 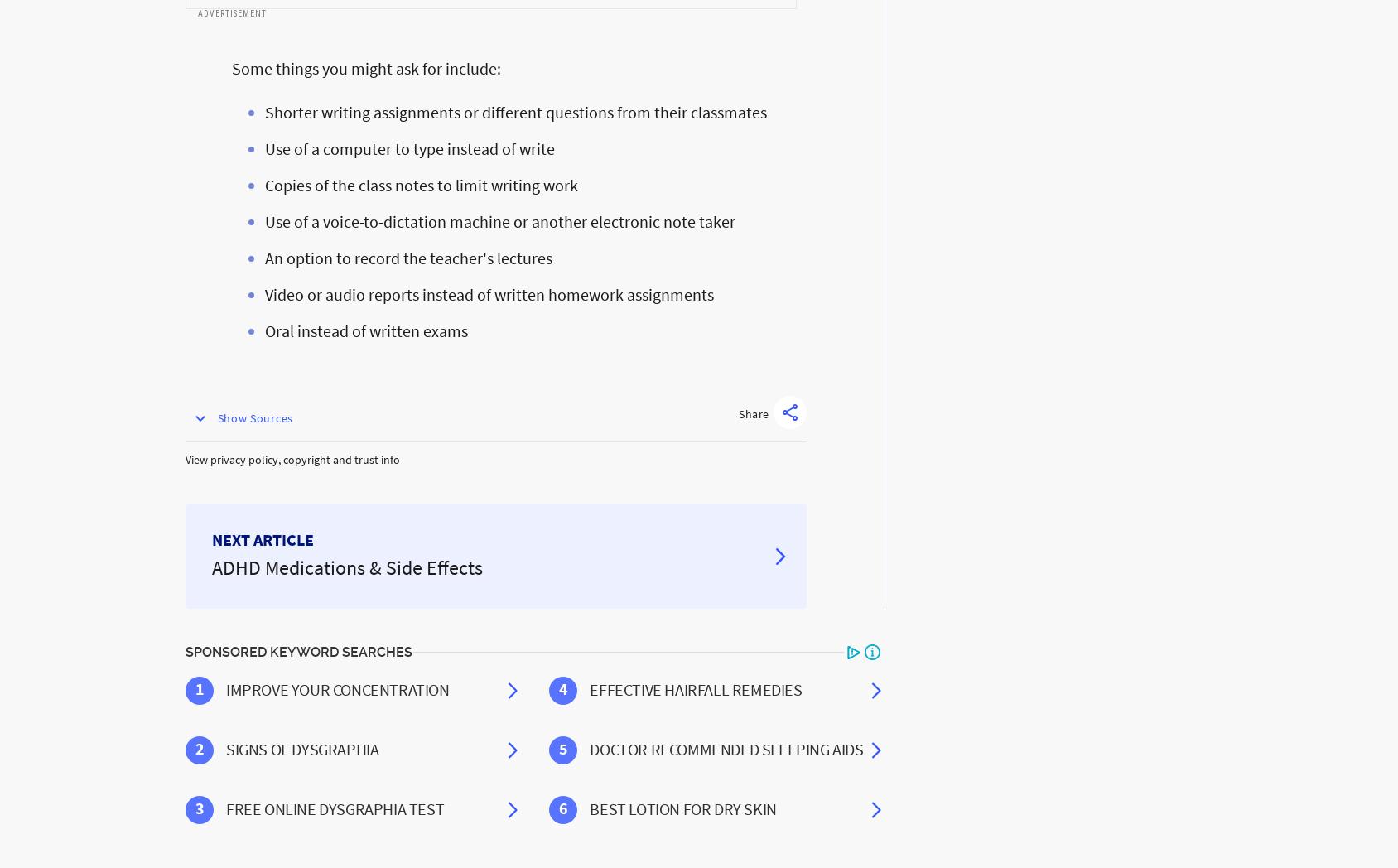 What do you see at coordinates (516, 112) in the screenshot?
I see `'Shorter writing assignments or different questions from their classmates'` at bounding box center [516, 112].